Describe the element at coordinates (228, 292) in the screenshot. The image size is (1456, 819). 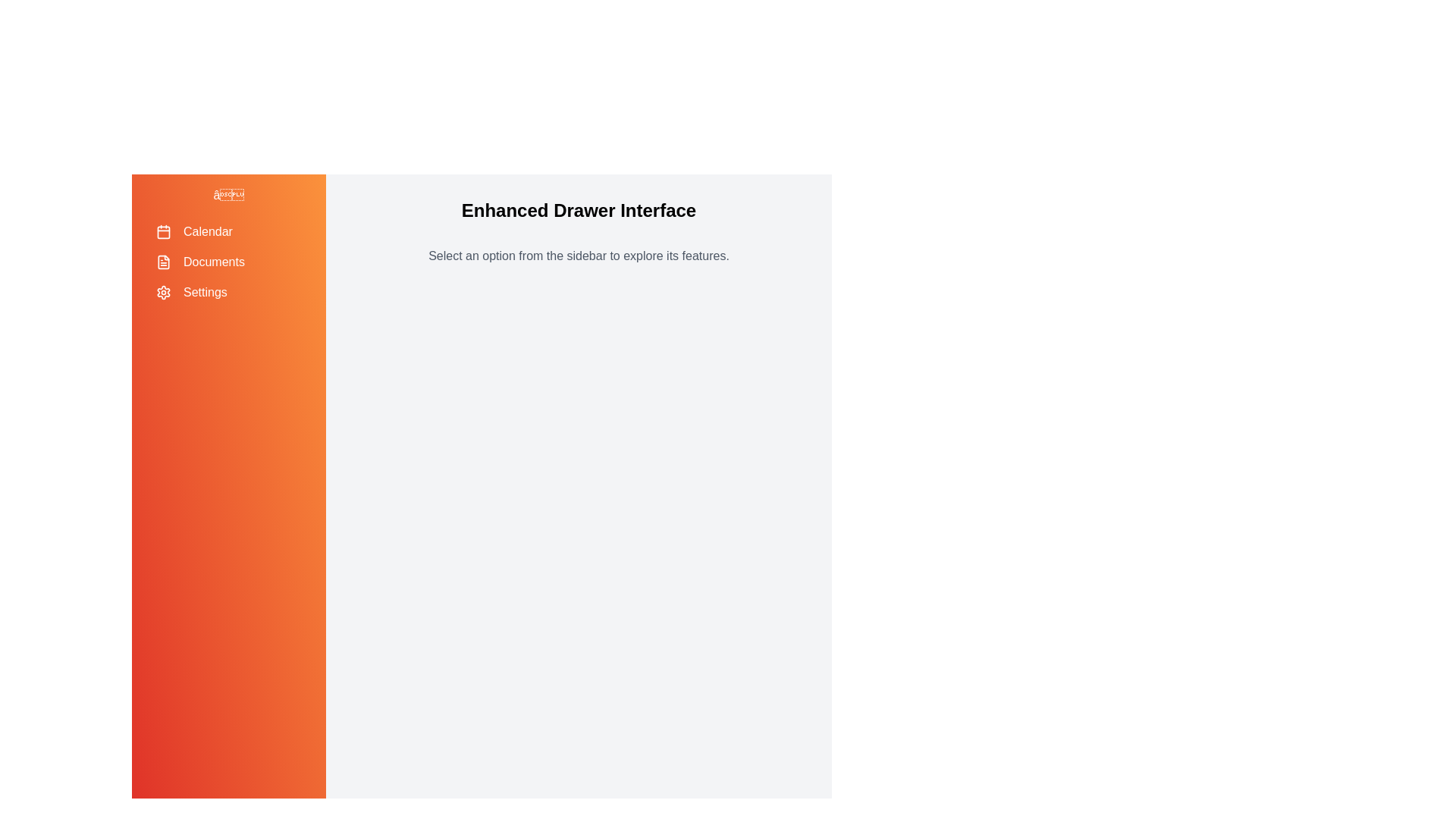
I see `the menu item labeled 'Settings' to highlight it` at that location.